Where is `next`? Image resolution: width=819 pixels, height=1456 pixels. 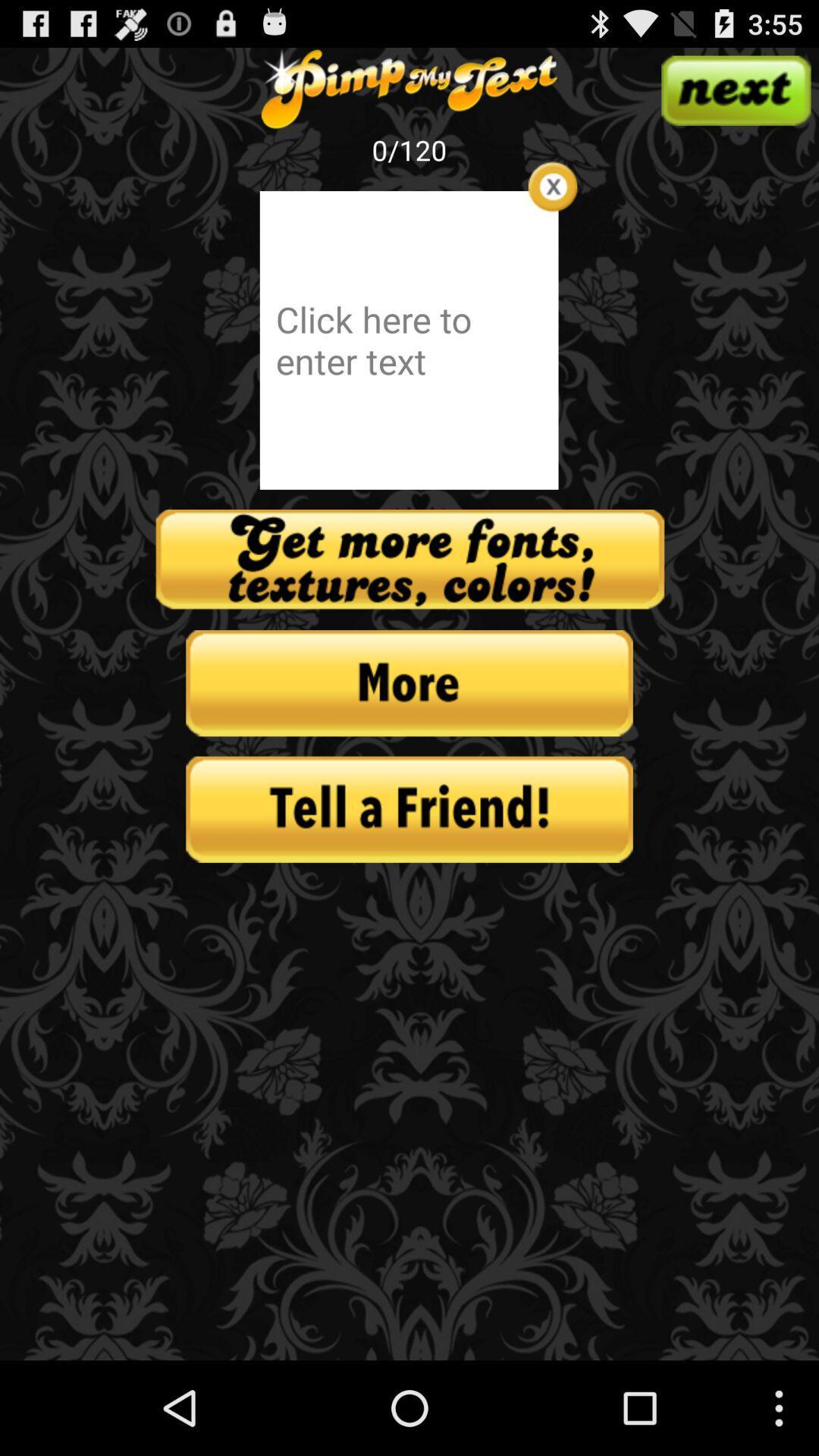 next is located at coordinates (735, 89).